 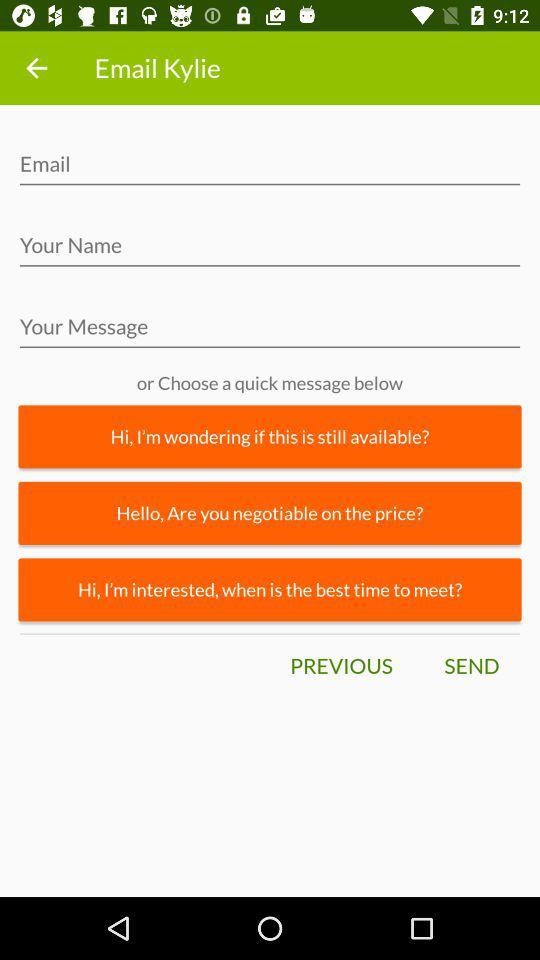 I want to click on the previous, so click(x=340, y=666).